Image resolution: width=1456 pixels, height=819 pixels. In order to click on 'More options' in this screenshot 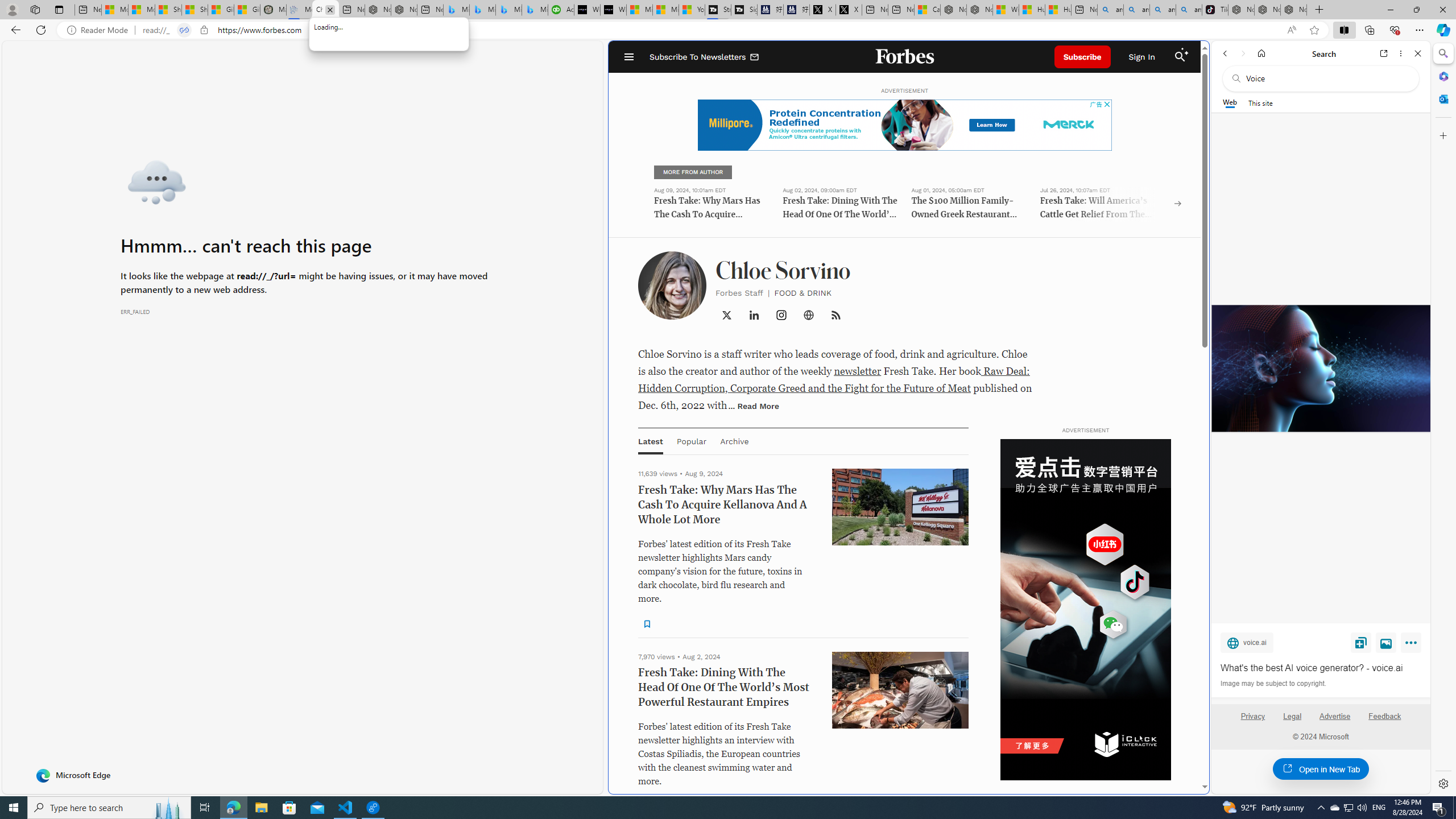, I will do `click(1401, 53)`.